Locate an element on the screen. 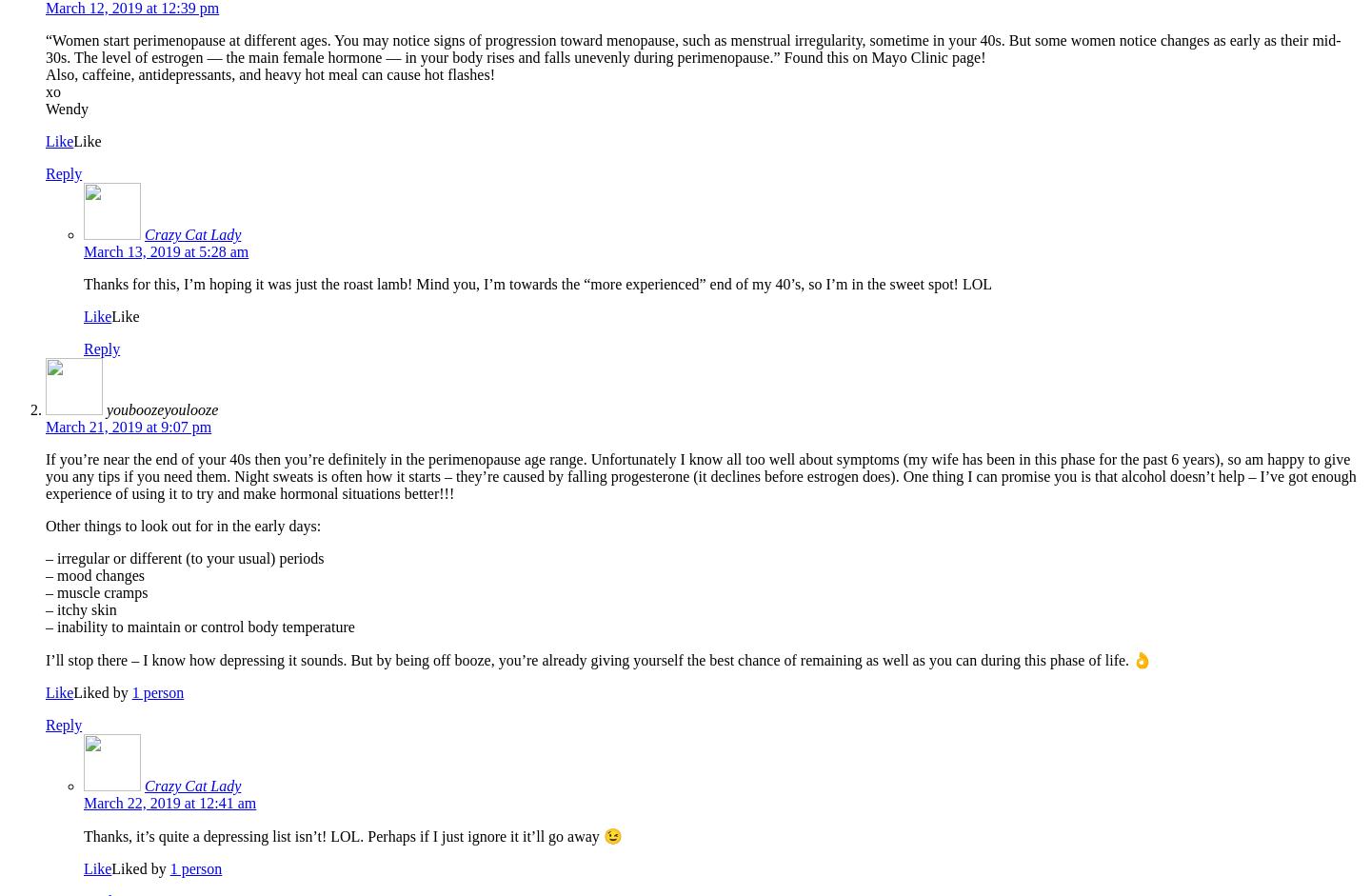 This screenshot has width=1371, height=896. '– mood changes' is located at coordinates (94, 575).